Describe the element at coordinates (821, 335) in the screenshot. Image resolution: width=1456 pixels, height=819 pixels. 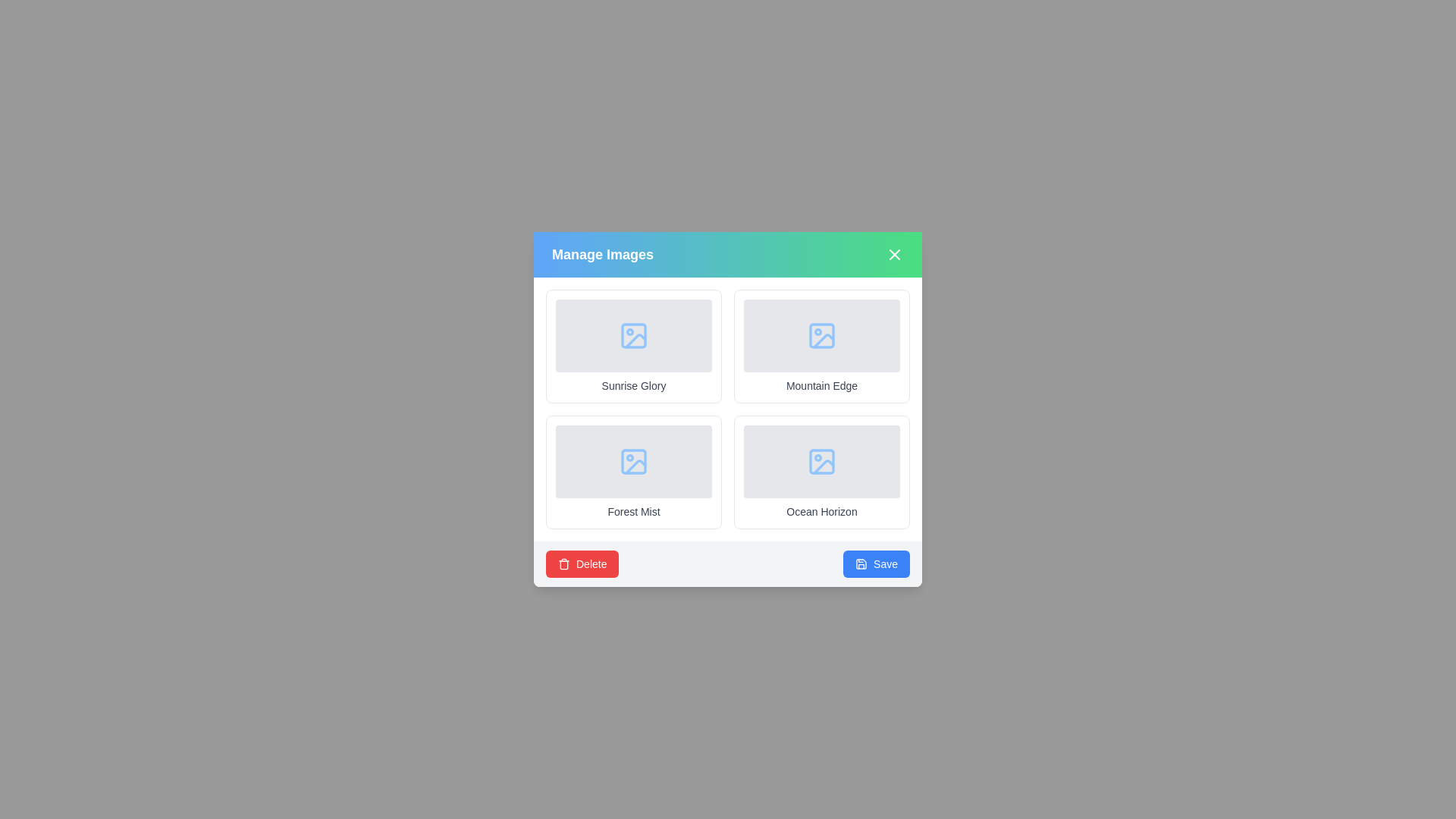
I see `the image placeholder icon located at the center of the 'Mountain Edge' section in the 'Manage Images' dialog box` at that location.